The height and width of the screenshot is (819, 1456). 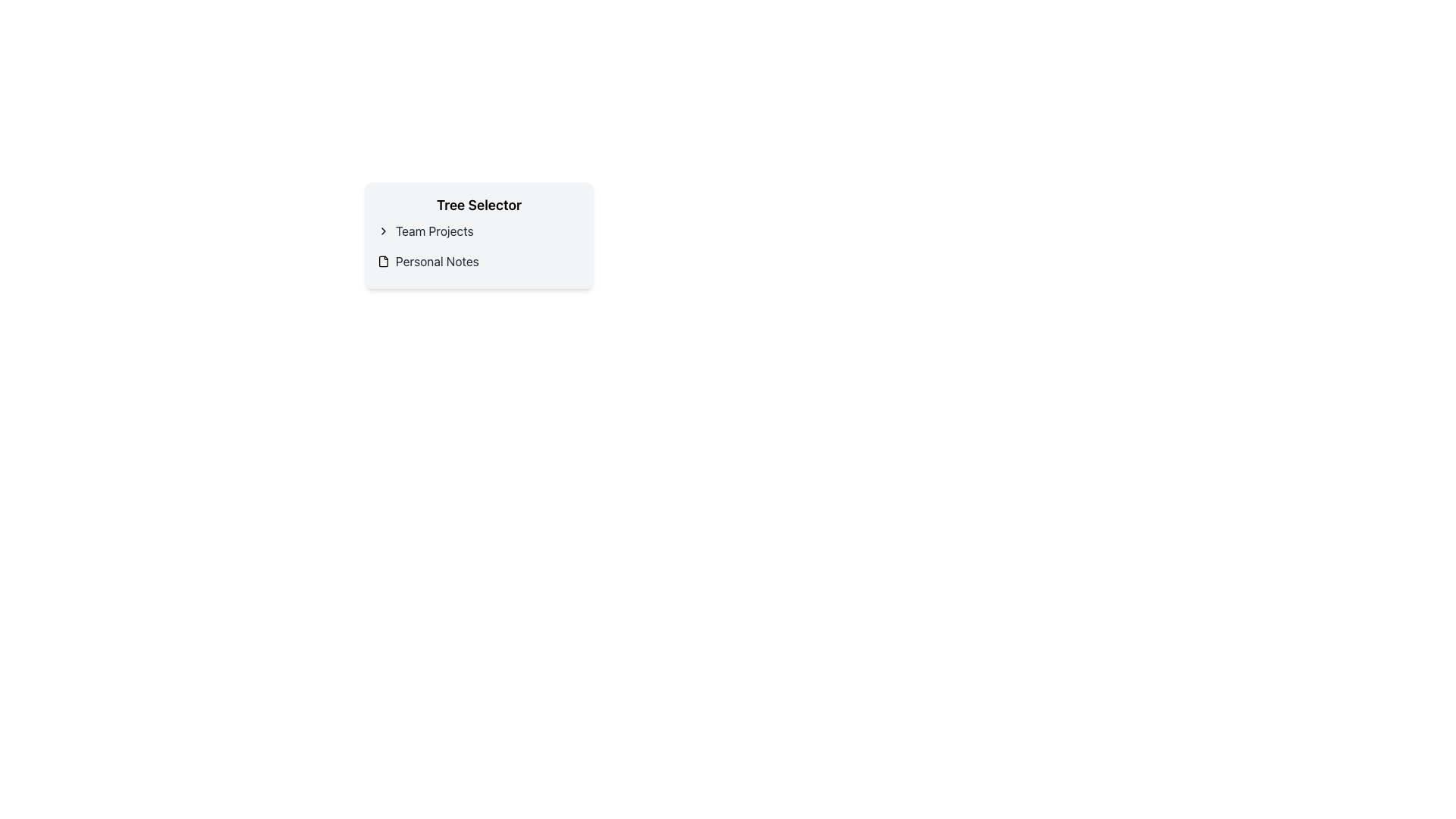 I want to click on the Text Label that serves as the title or header for the card, located at the top of the card layout, so click(x=479, y=205).